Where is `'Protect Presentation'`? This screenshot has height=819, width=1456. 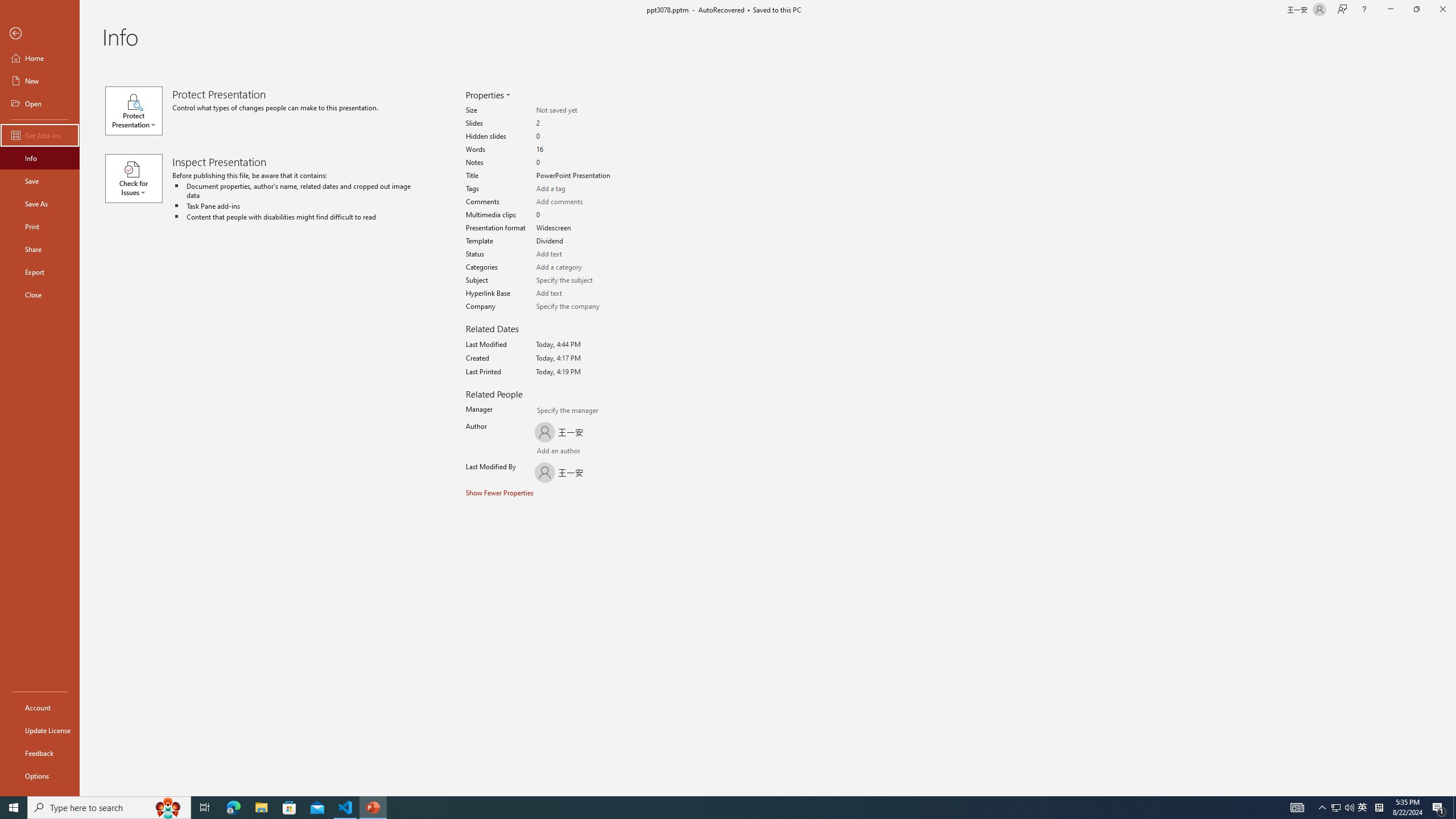 'Protect Presentation' is located at coordinates (138, 111).